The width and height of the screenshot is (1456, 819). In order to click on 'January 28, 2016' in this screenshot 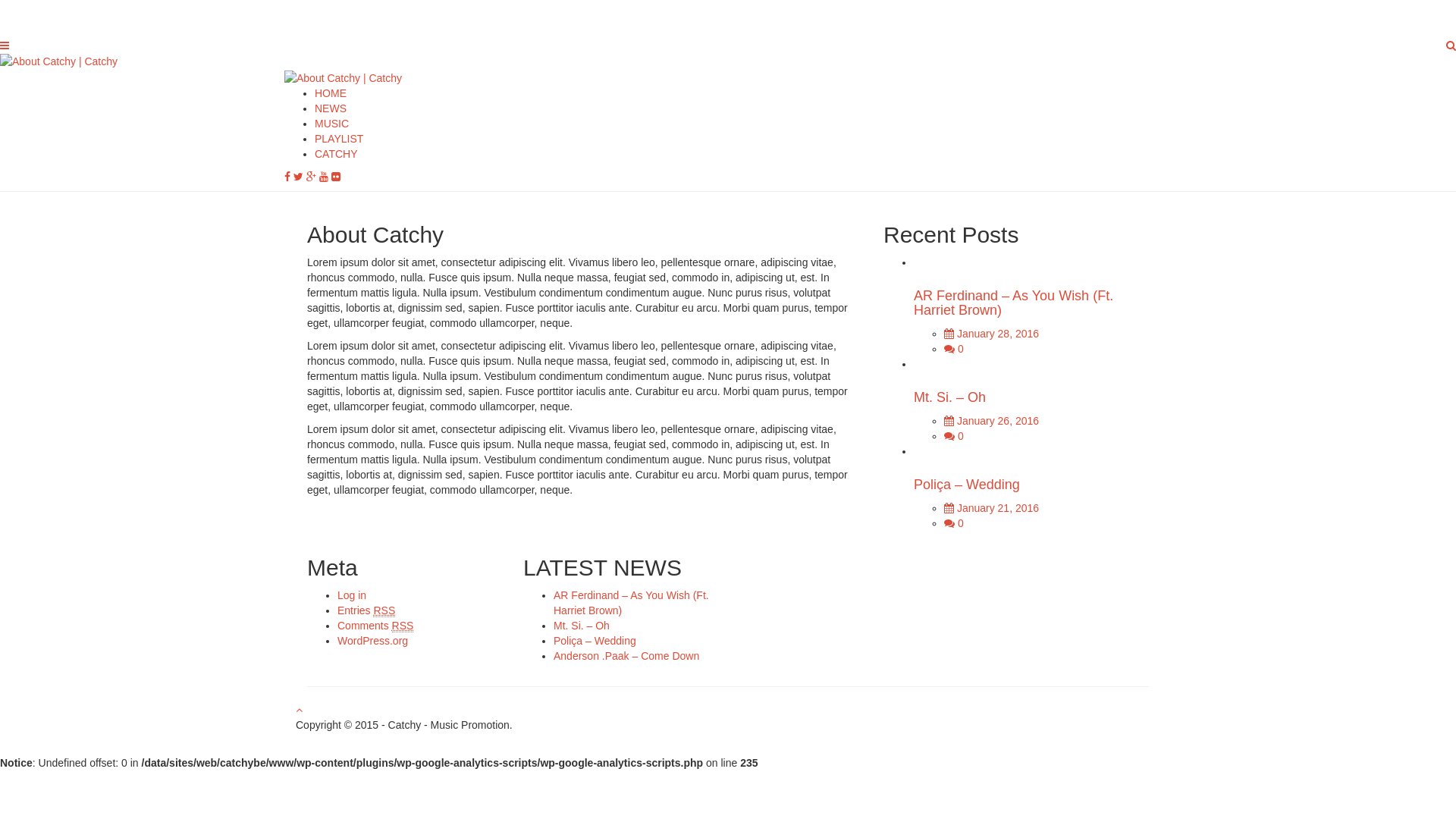, I will do `click(943, 332)`.